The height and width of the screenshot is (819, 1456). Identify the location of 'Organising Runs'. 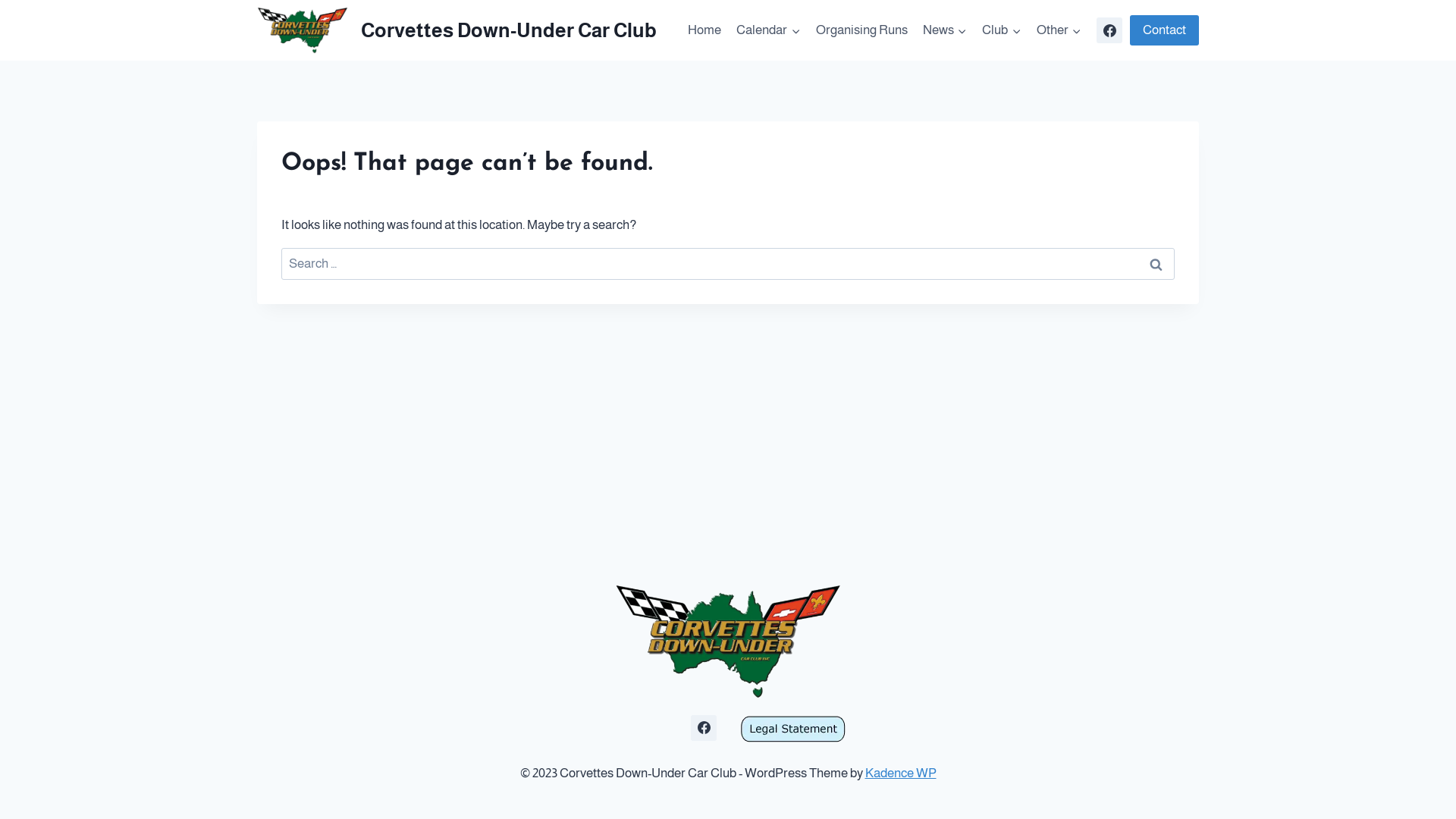
(861, 30).